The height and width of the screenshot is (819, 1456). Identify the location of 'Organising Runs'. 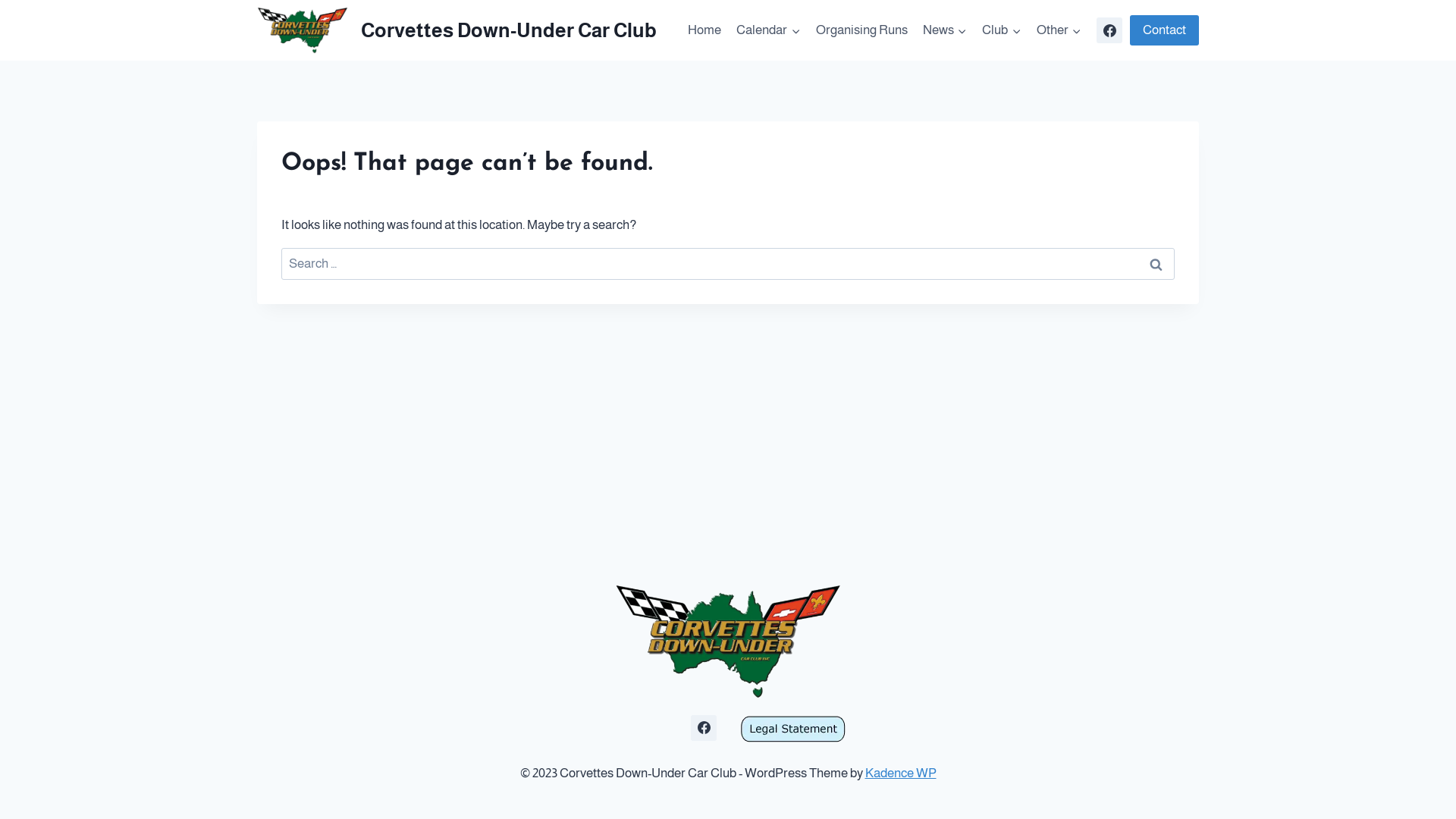
(861, 30).